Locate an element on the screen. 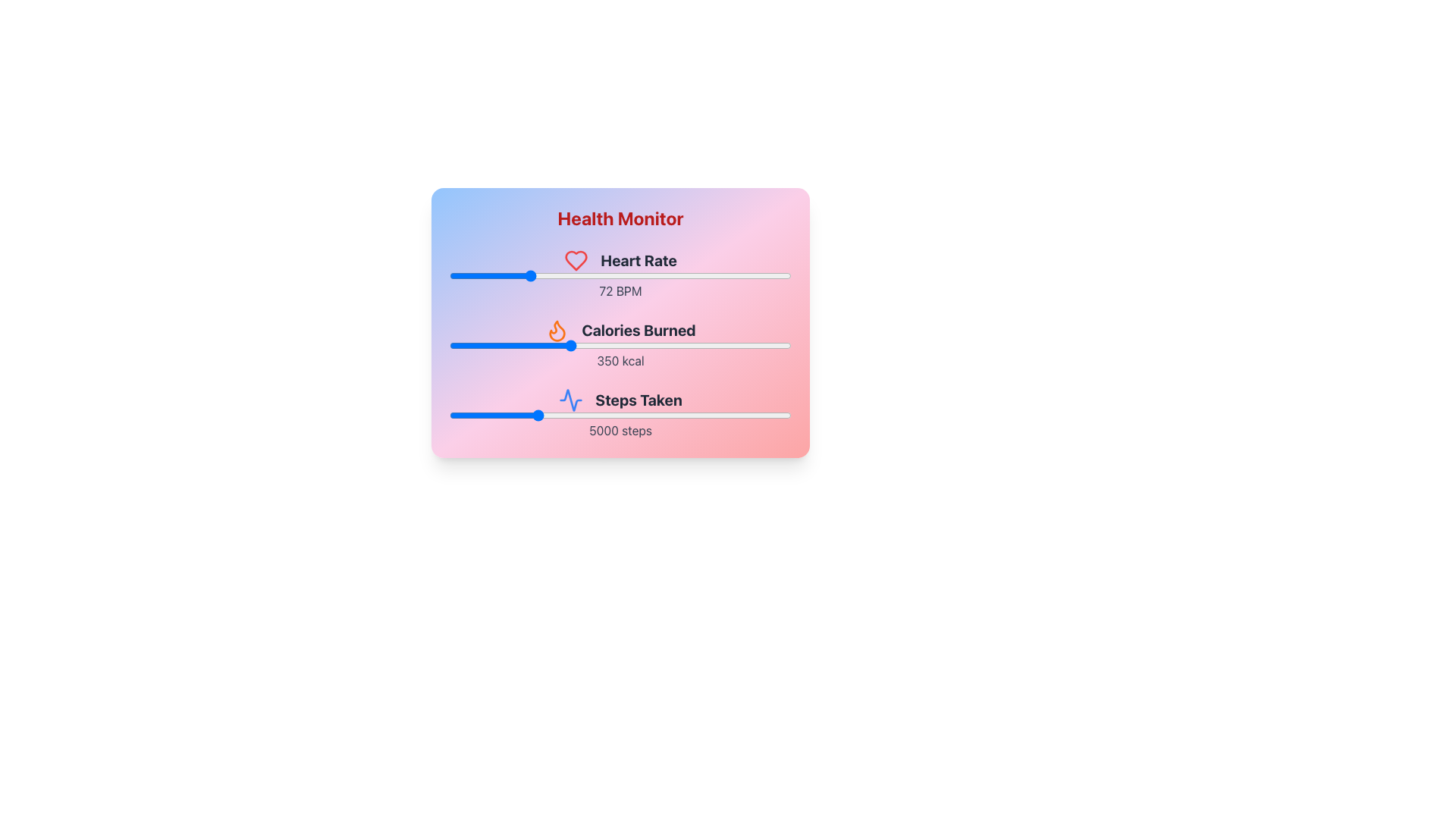 The image size is (1456, 819). the calories burned slider is located at coordinates (462, 345).